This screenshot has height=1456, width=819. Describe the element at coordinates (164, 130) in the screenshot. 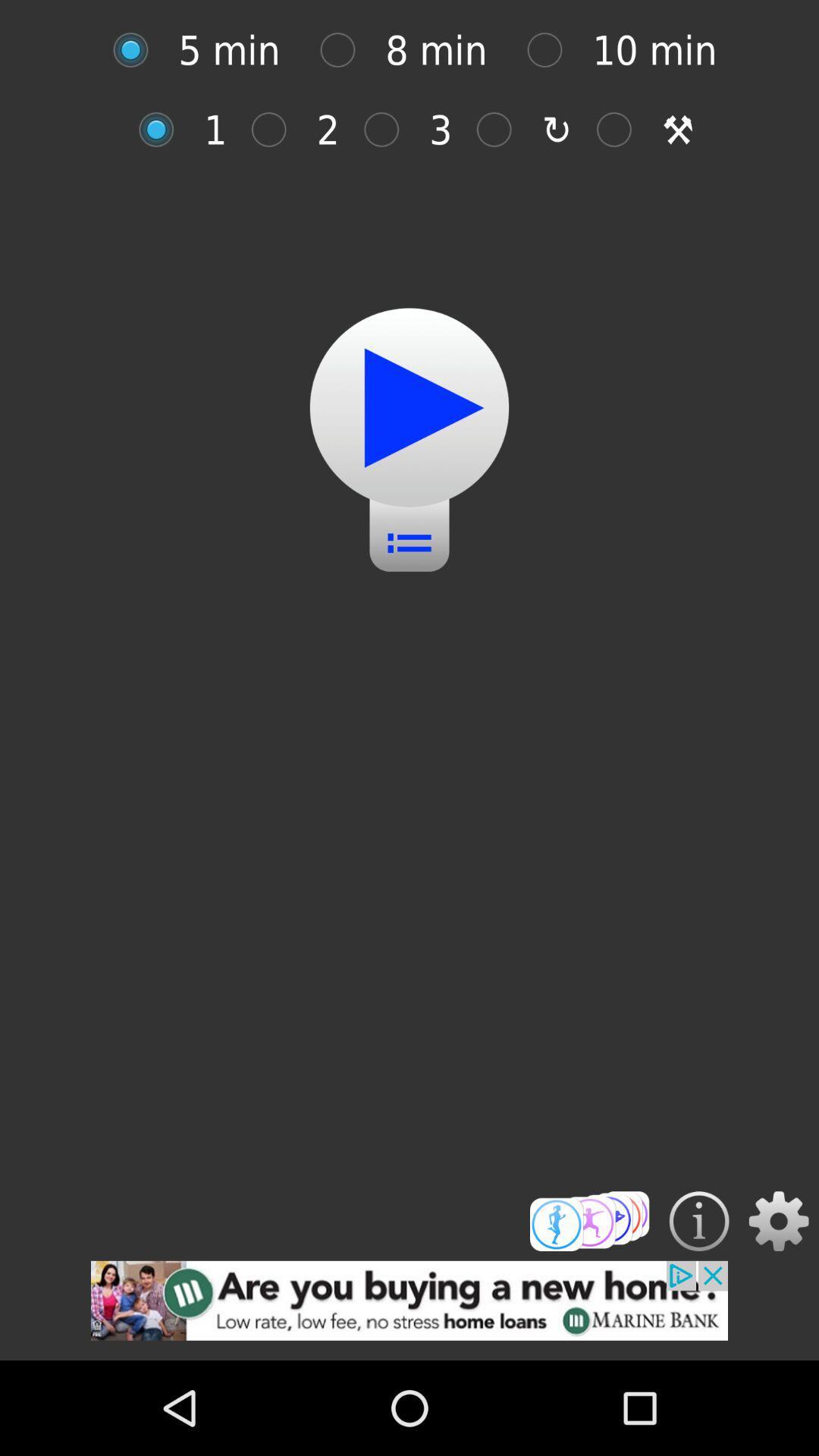

I see `record option` at that location.